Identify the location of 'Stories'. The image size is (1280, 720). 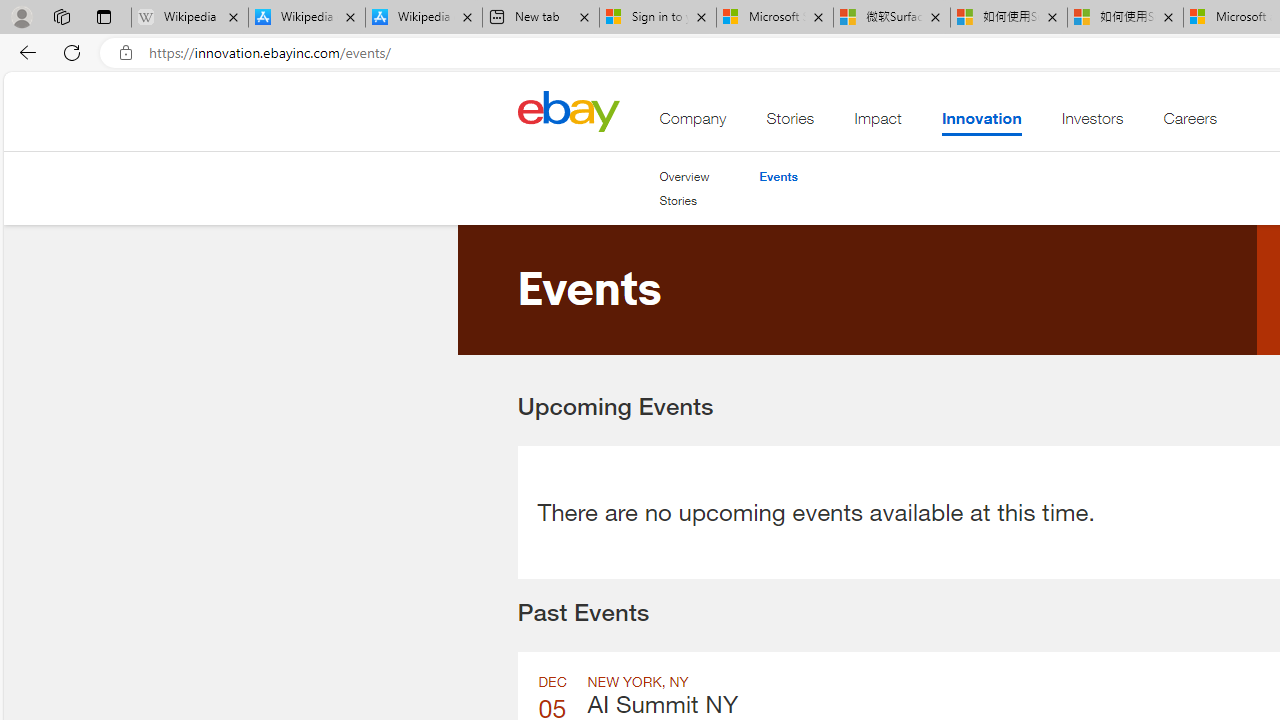
(684, 201).